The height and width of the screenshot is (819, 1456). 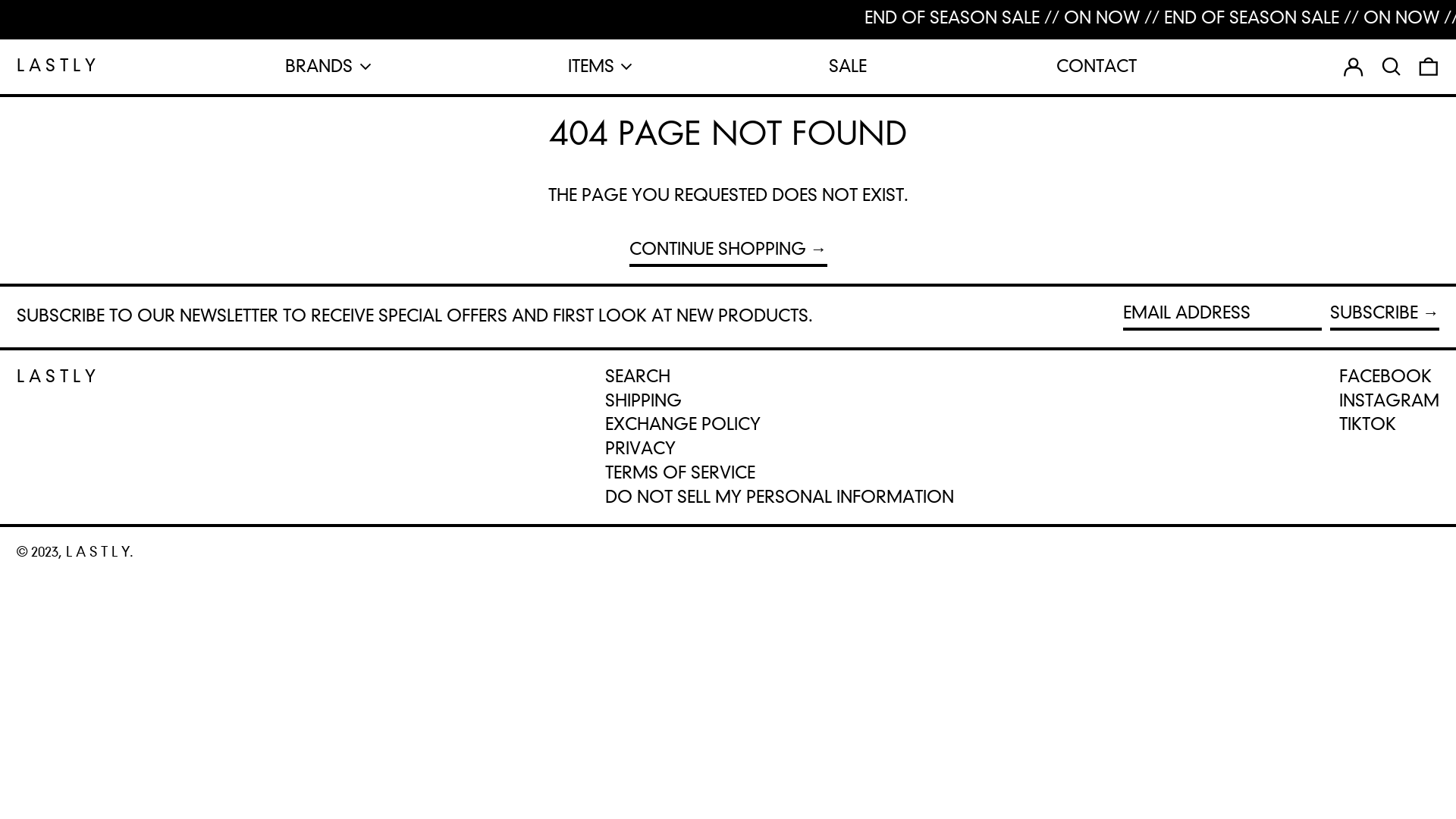 What do you see at coordinates (330, 66) in the screenshot?
I see `'BRANDS'` at bounding box center [330, 66].